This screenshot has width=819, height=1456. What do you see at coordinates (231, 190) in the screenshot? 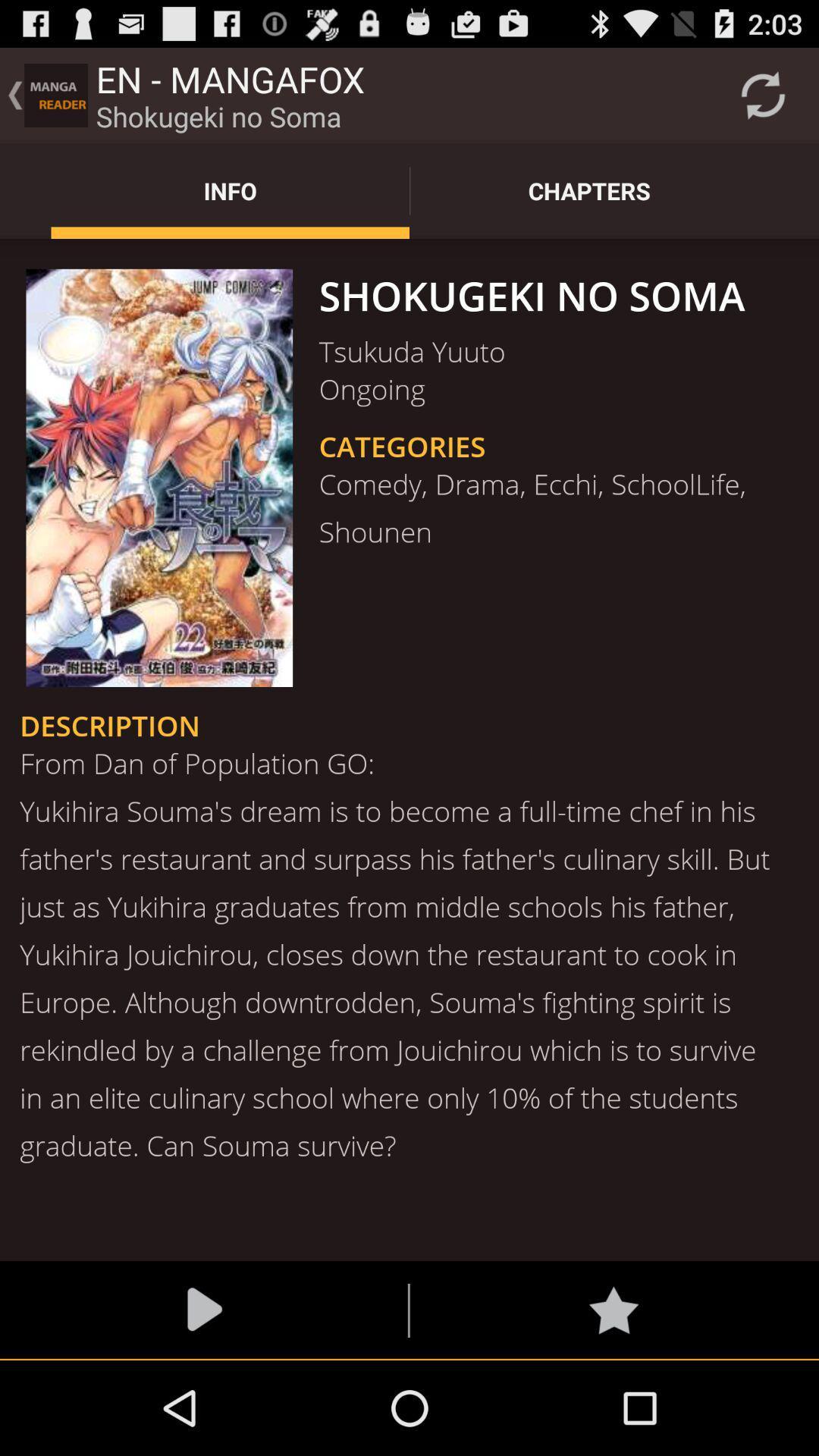
I see `the text which is to the left side of the chapters` at bounding box center [231, 190].